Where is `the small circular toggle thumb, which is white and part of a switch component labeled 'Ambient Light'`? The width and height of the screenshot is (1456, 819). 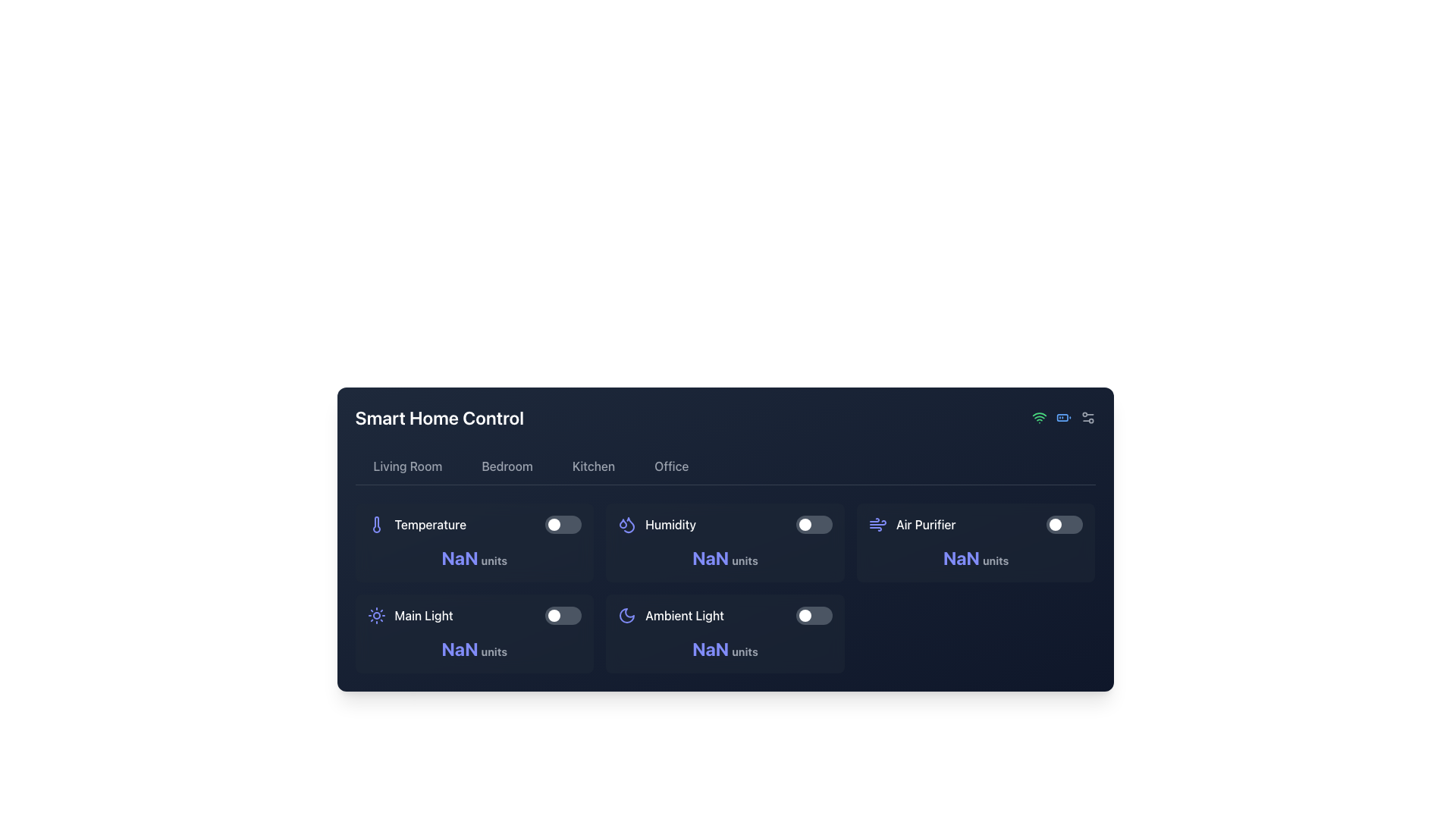 the small circular toggle thumb, which is white and part of a switch component labeled 'Ambient Light' is located at coordinates (804, 616).